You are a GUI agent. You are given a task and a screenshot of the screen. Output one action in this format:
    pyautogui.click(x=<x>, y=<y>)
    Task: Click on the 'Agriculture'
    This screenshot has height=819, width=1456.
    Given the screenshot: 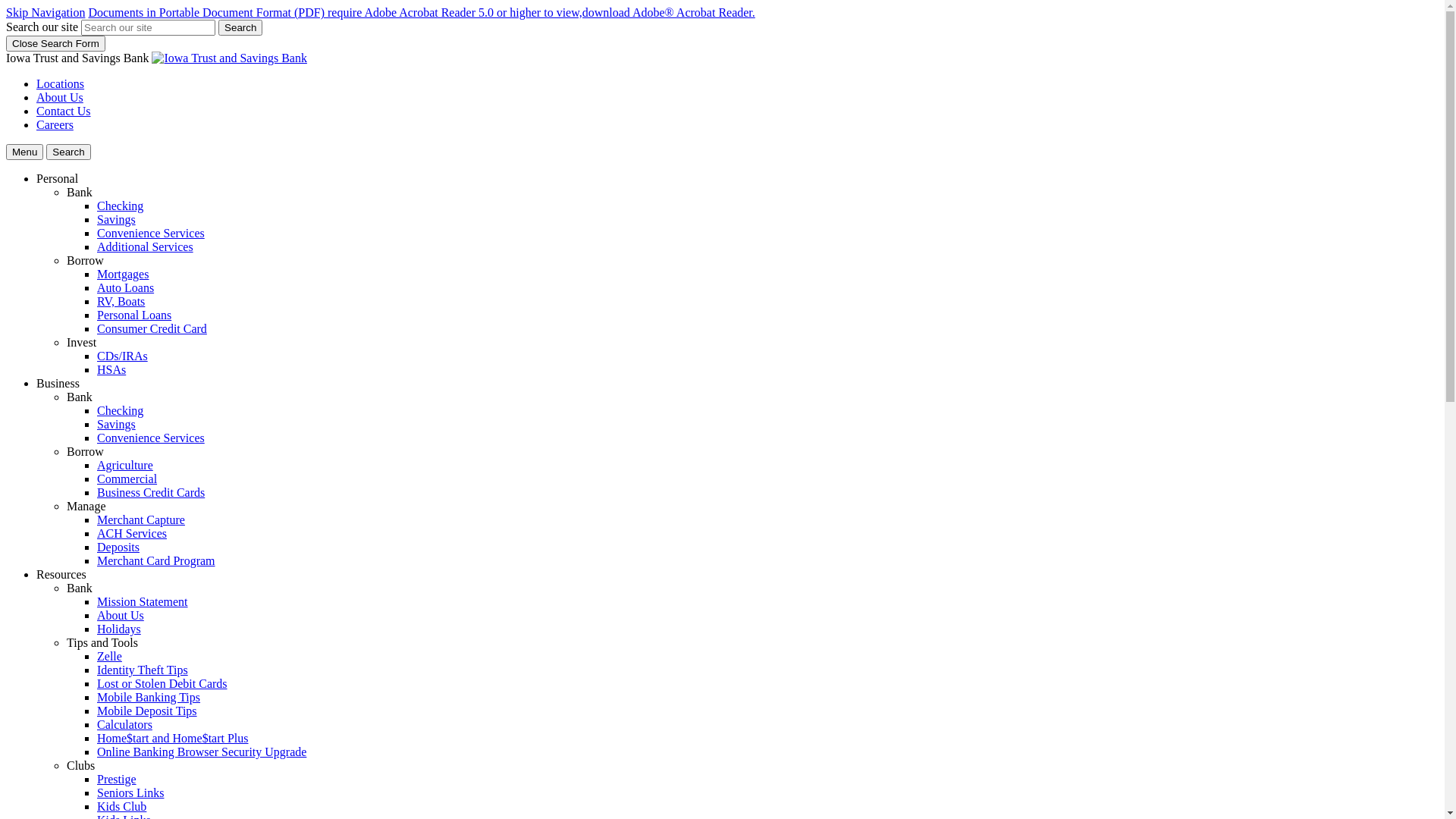 What is the action you would take?
    pyautogui.click(x=96, y=464)
    